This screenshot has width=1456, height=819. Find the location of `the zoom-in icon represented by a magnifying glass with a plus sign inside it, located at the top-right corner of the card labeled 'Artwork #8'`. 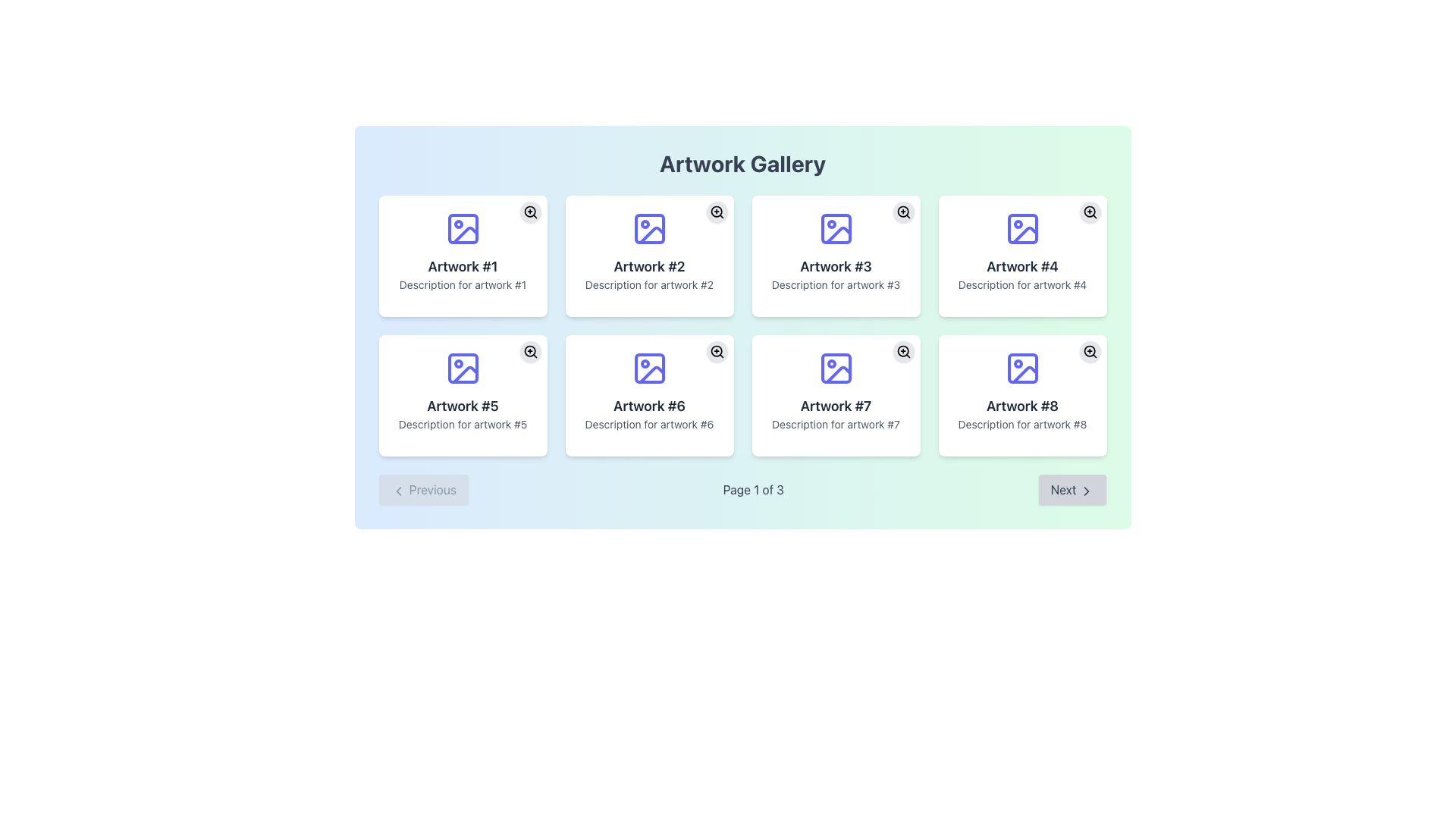

the zoom-in icon represented by a magnifying glass with a plus sign inside it, located at the top-right corner of the card labeled 'Artwork #8' is located at coordinates (1089, 351).